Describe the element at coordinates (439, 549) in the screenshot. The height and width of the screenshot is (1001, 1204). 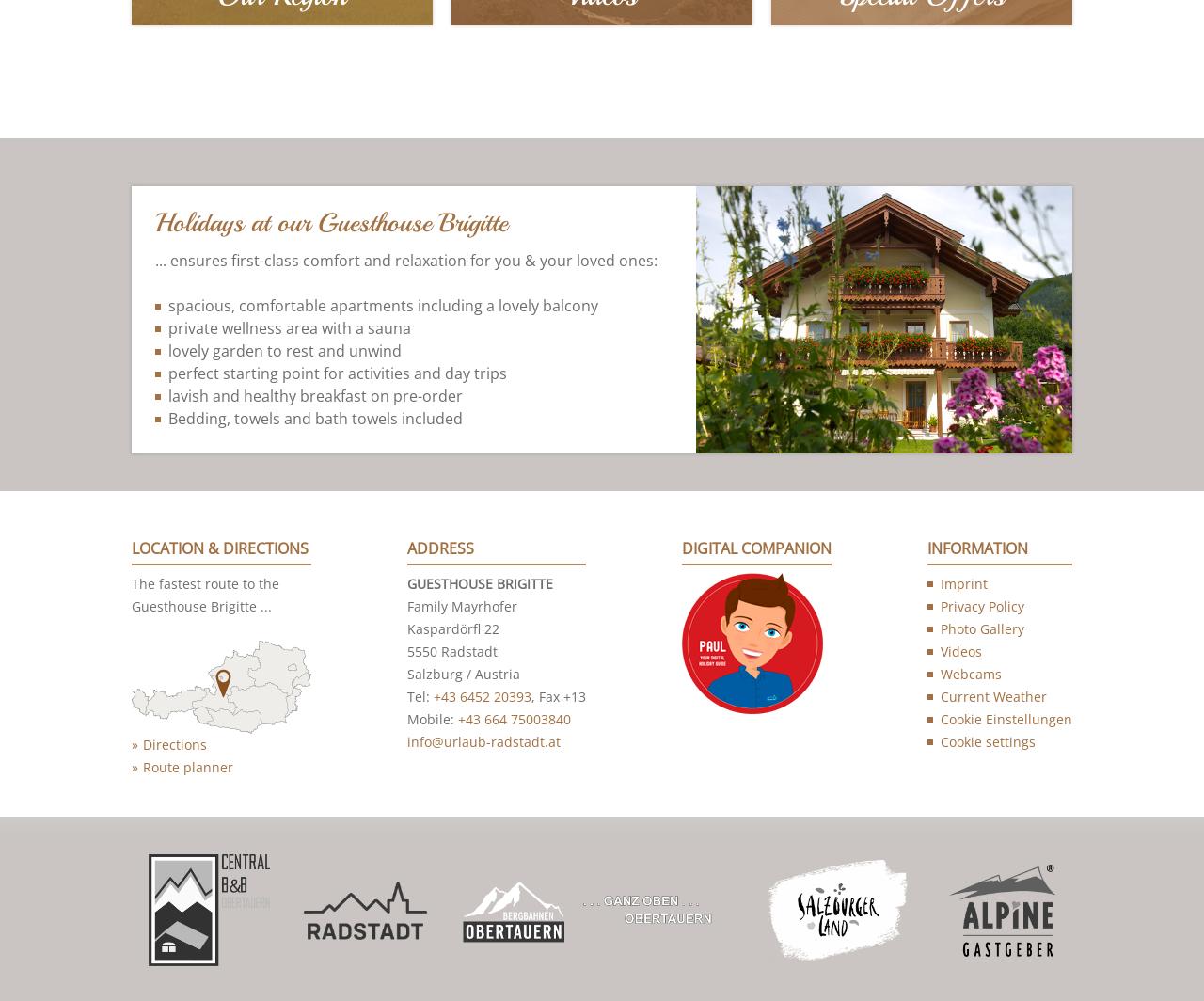
I see `'Address'` at that location.